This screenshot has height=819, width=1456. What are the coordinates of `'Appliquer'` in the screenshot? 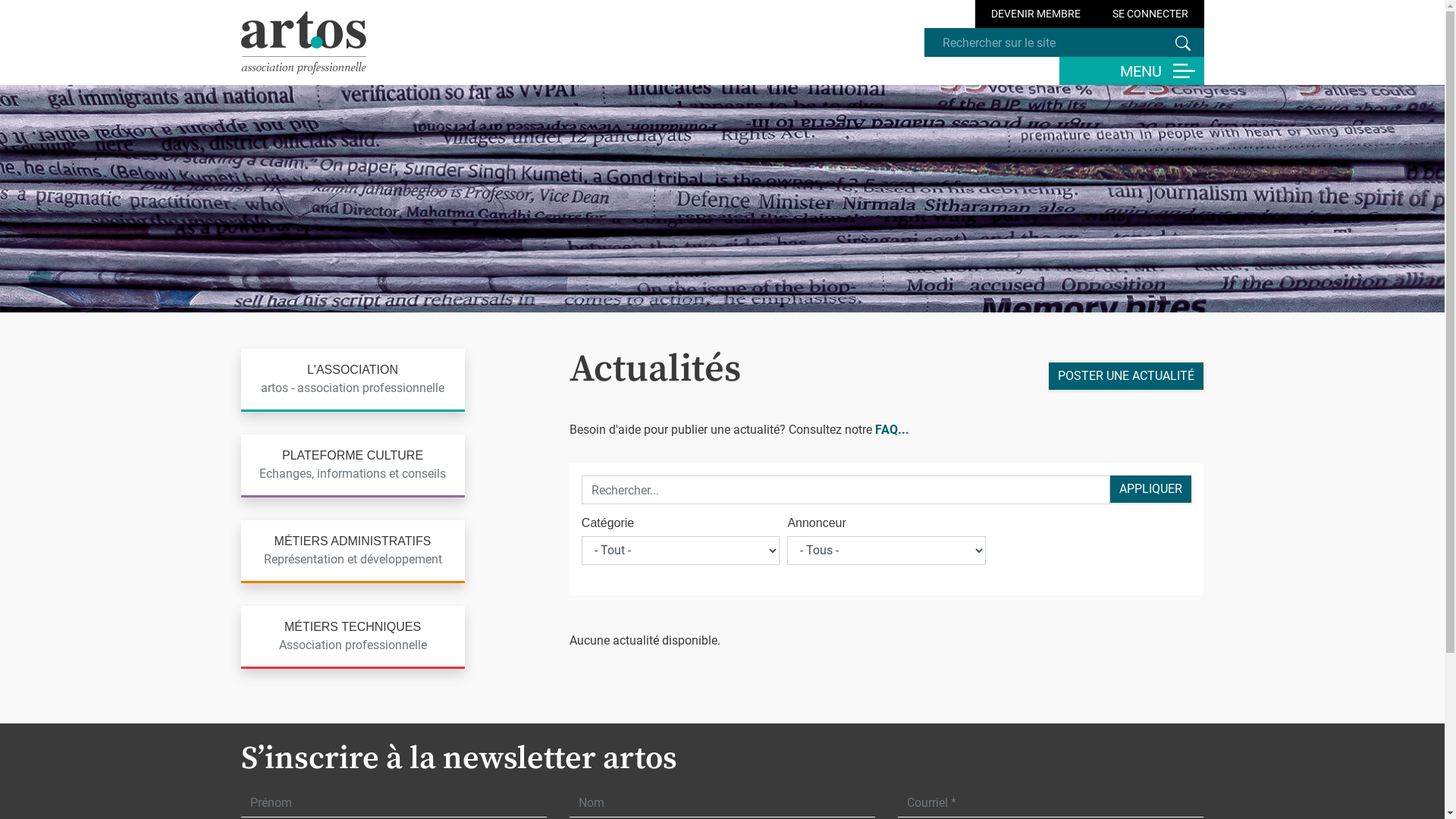 It's located at (1150, 488).